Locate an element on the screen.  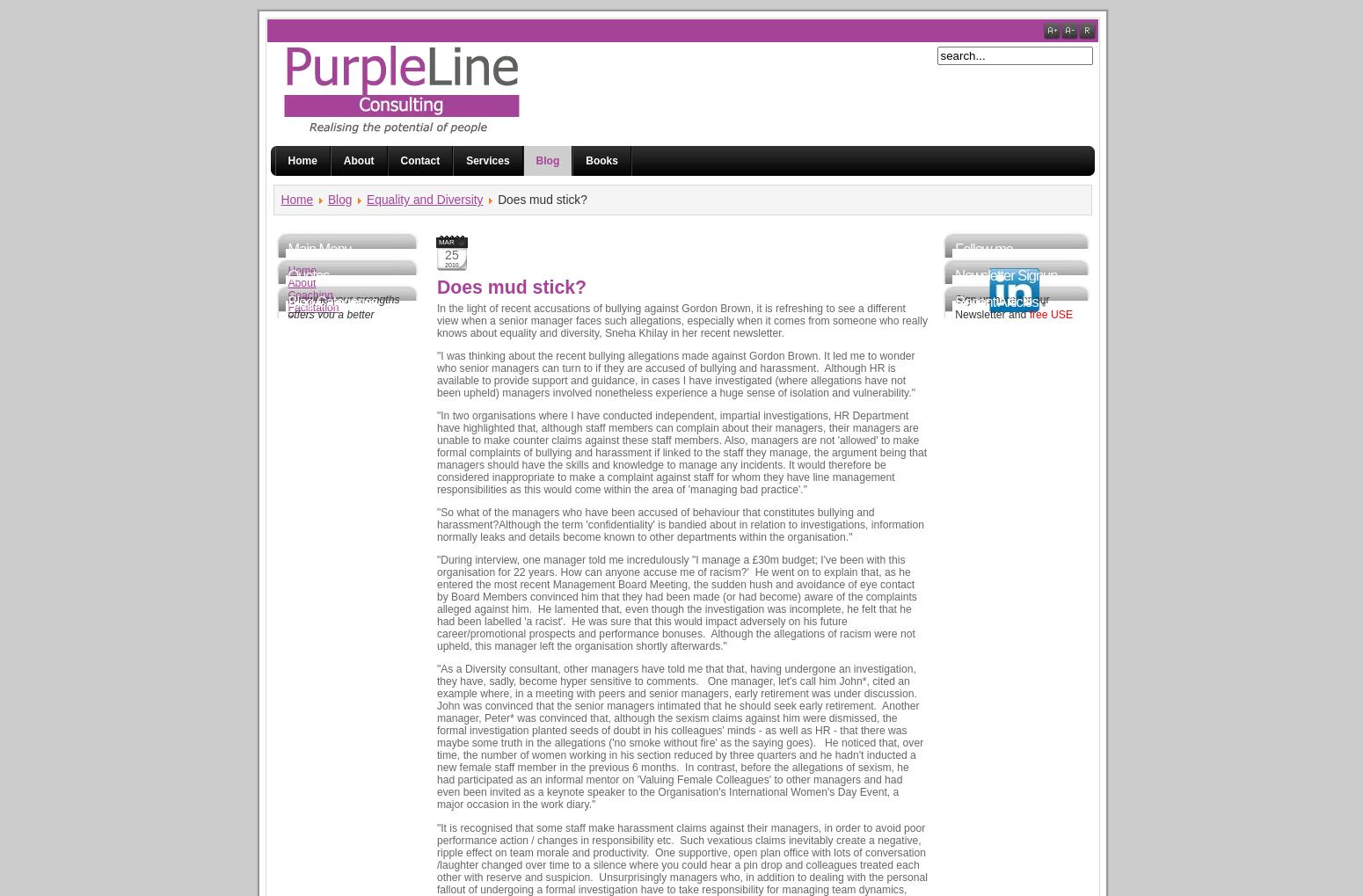
'"I was thinking about the recent bullying allegations made against Gordon Brown. It led me to wonder who senior managers can turn to if they are accused of bullying and harassment.  Although HR is available to provide support and guidance, in cases I have investigated (where allegations have not been upheld) managers involved nonetheless experience a huge sense of isolation and vulnerability."' is located at coordinates (675, 374).